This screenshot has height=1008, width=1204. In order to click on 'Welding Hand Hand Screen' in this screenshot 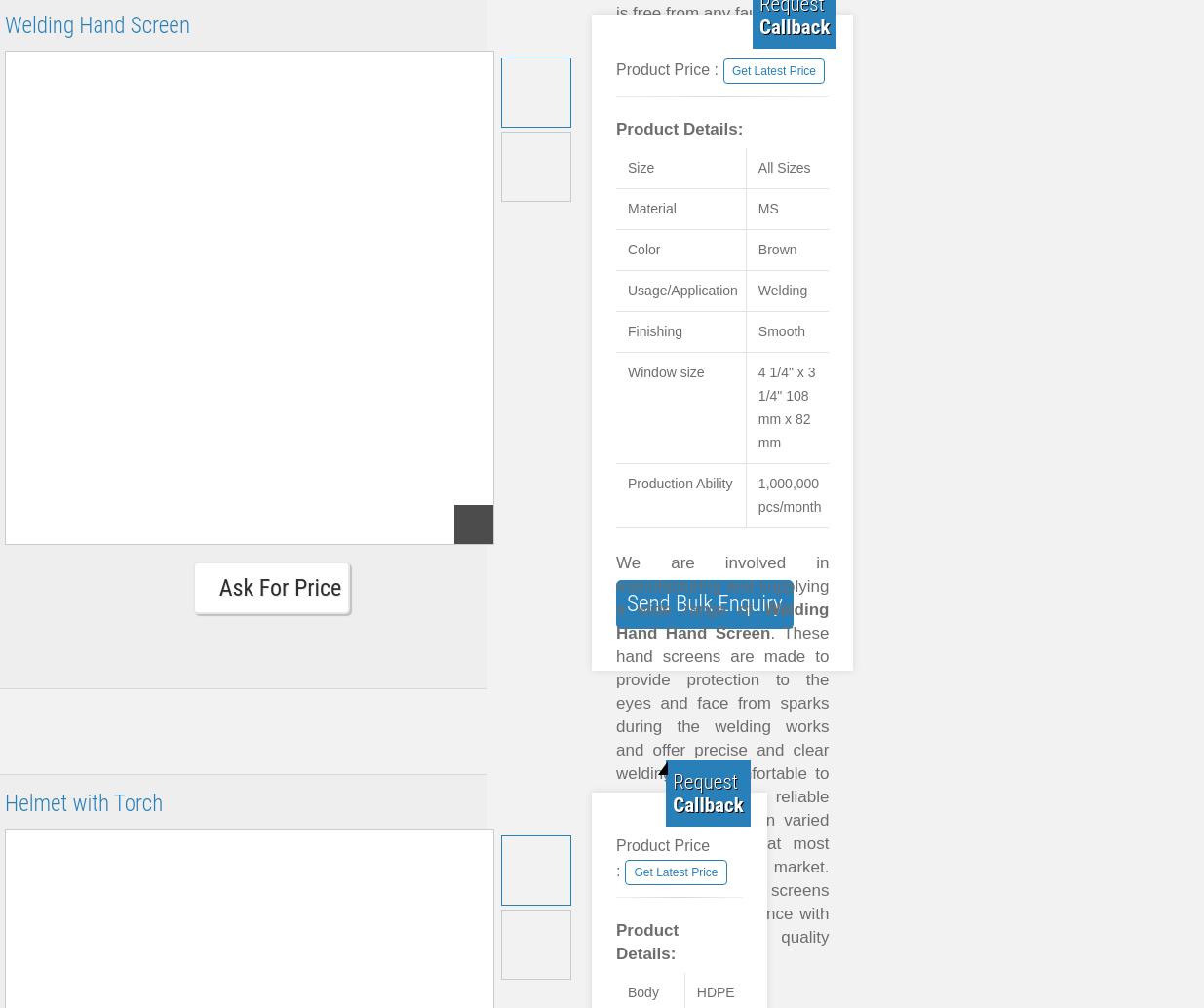, I will do `click(722, 621)`.